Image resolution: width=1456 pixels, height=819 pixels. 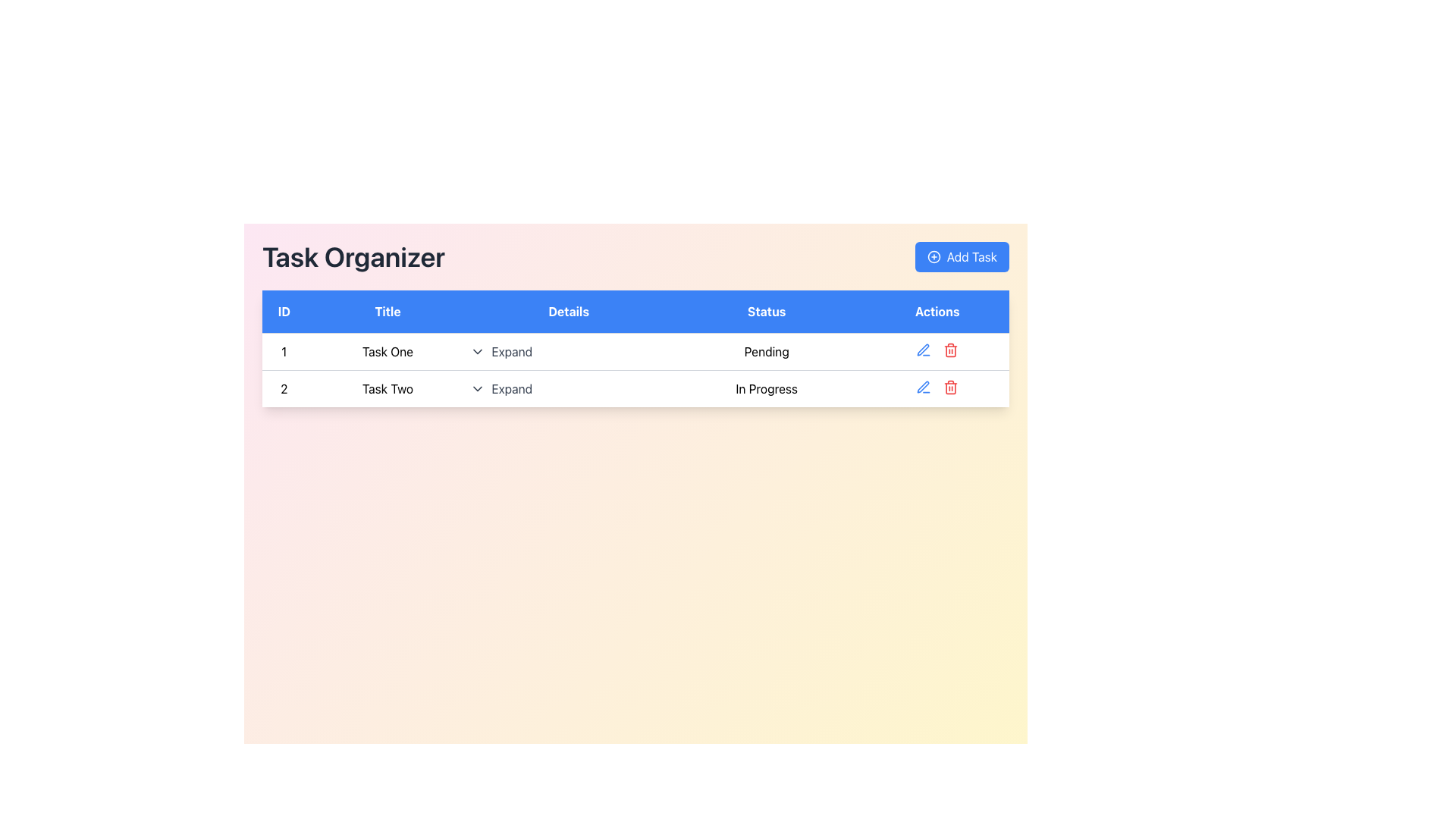 What do you see at coordinates (284, 351) in the screenshot?
I see `the numeral '1' displayed in bold, black font, located in the first column of the row labeled 'Task One' in the table layout` at bounding box center [284, 351].